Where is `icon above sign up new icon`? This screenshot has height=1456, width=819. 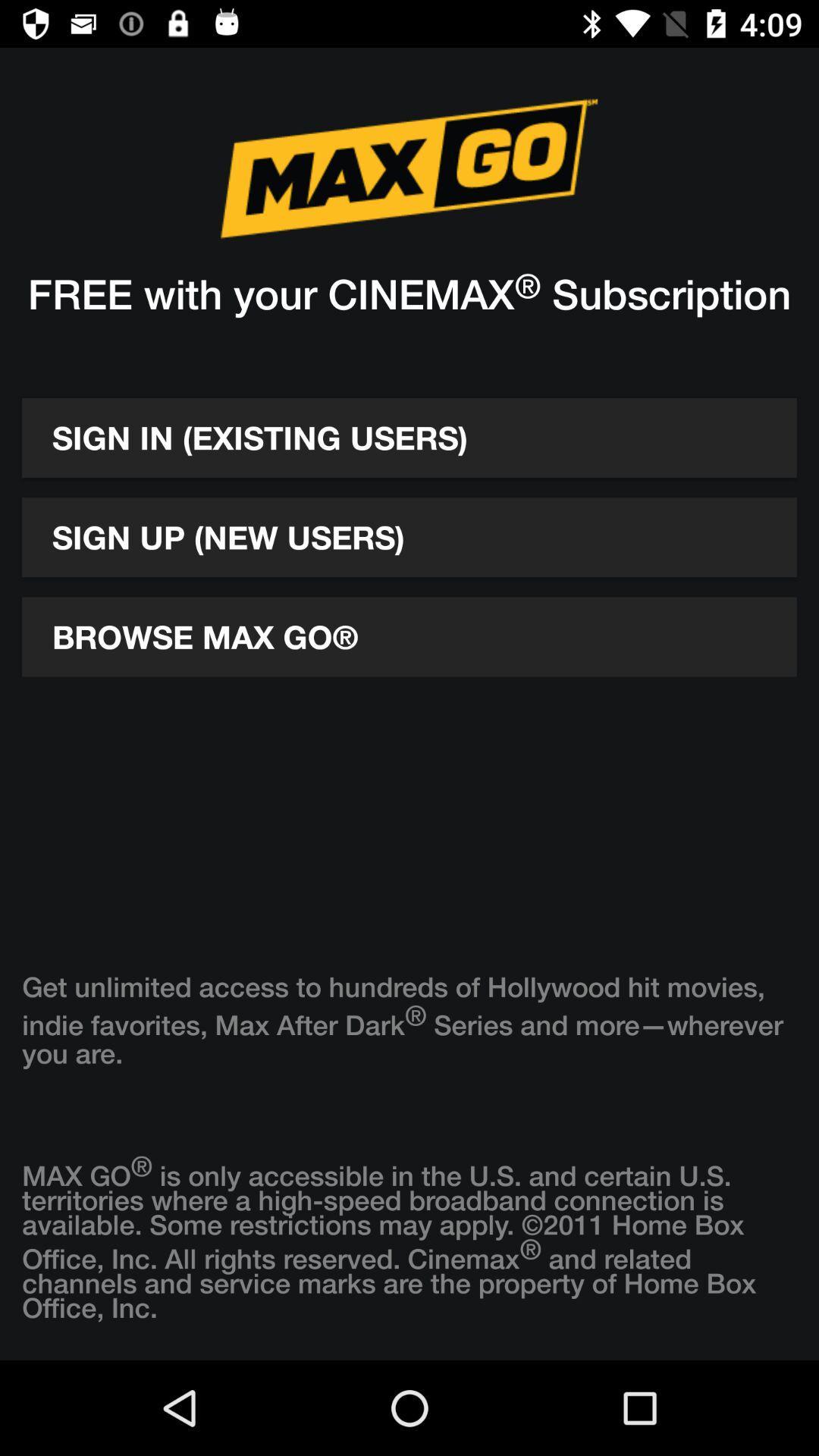
icon above sign up new icon is located at coordinates (409, 437).